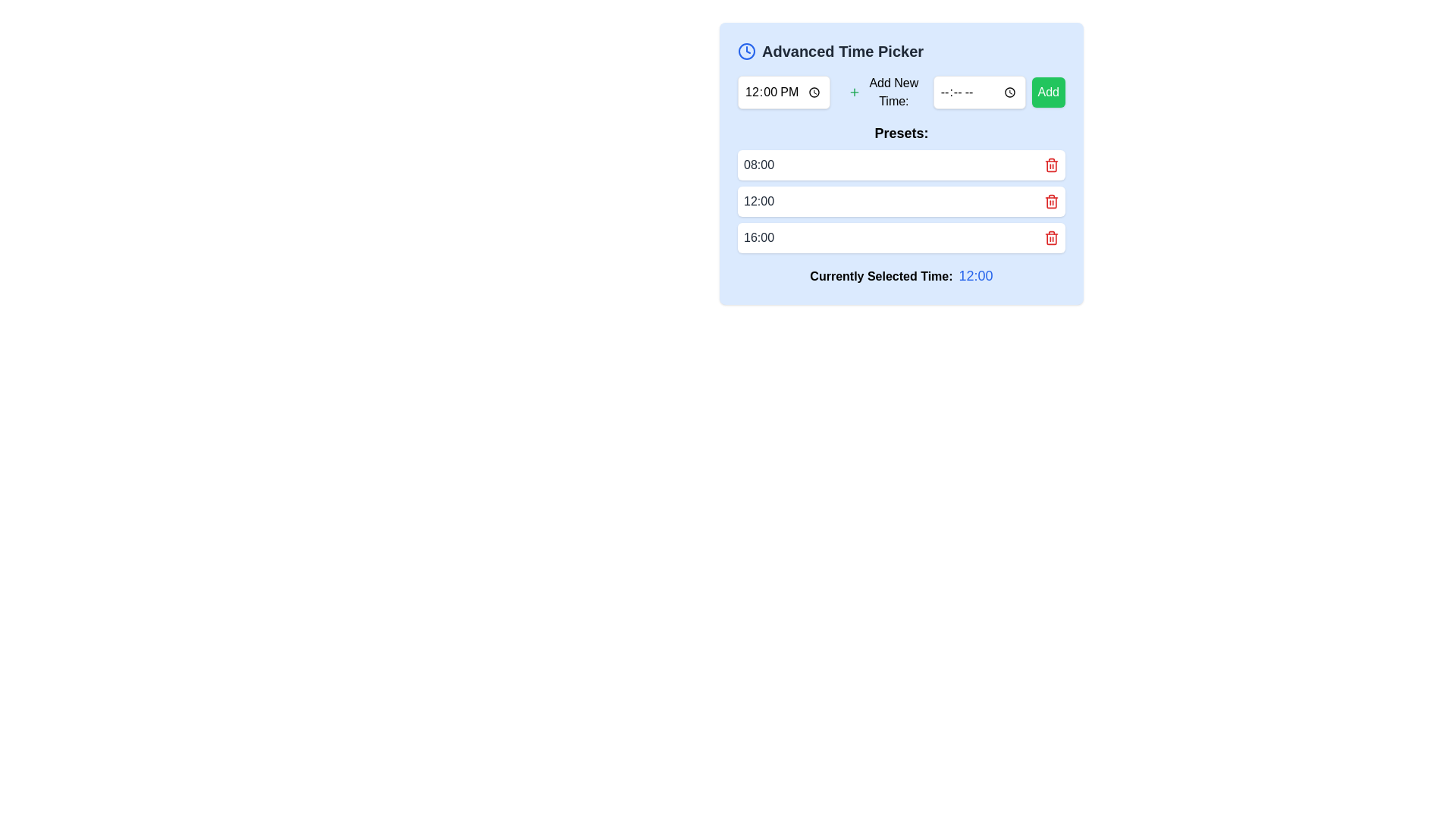  I want to click on the static text representing a preset time in the time picker interface, which is positioned centrally above '16:00' and below '08:00', so click(759, 201).